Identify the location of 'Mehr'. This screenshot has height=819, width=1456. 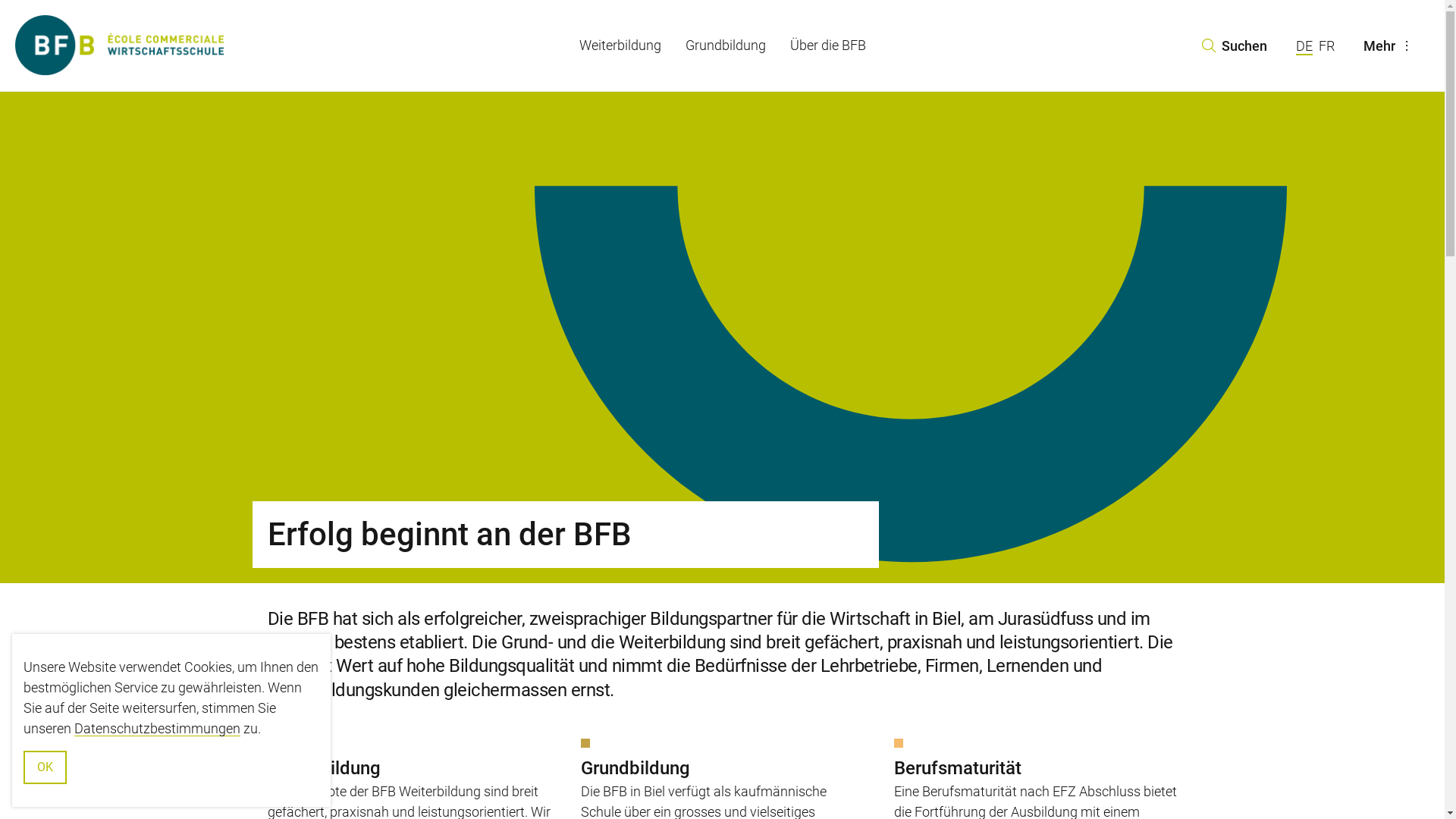
(1390, 44).